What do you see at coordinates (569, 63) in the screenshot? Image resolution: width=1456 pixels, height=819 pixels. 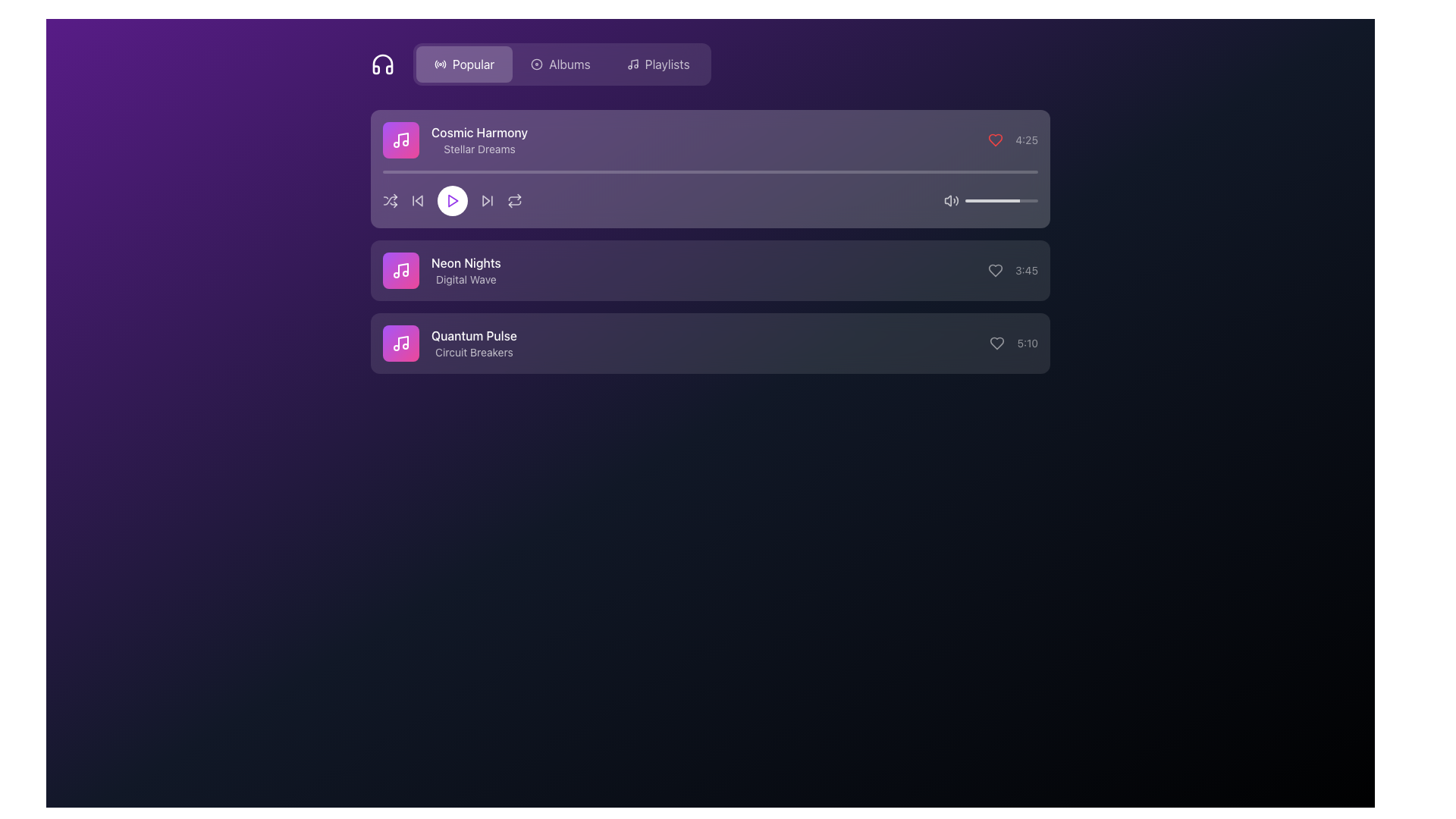 I see `the 'Albums' navigation item in the top-center navigation bar` at bounding box center [569, 63].